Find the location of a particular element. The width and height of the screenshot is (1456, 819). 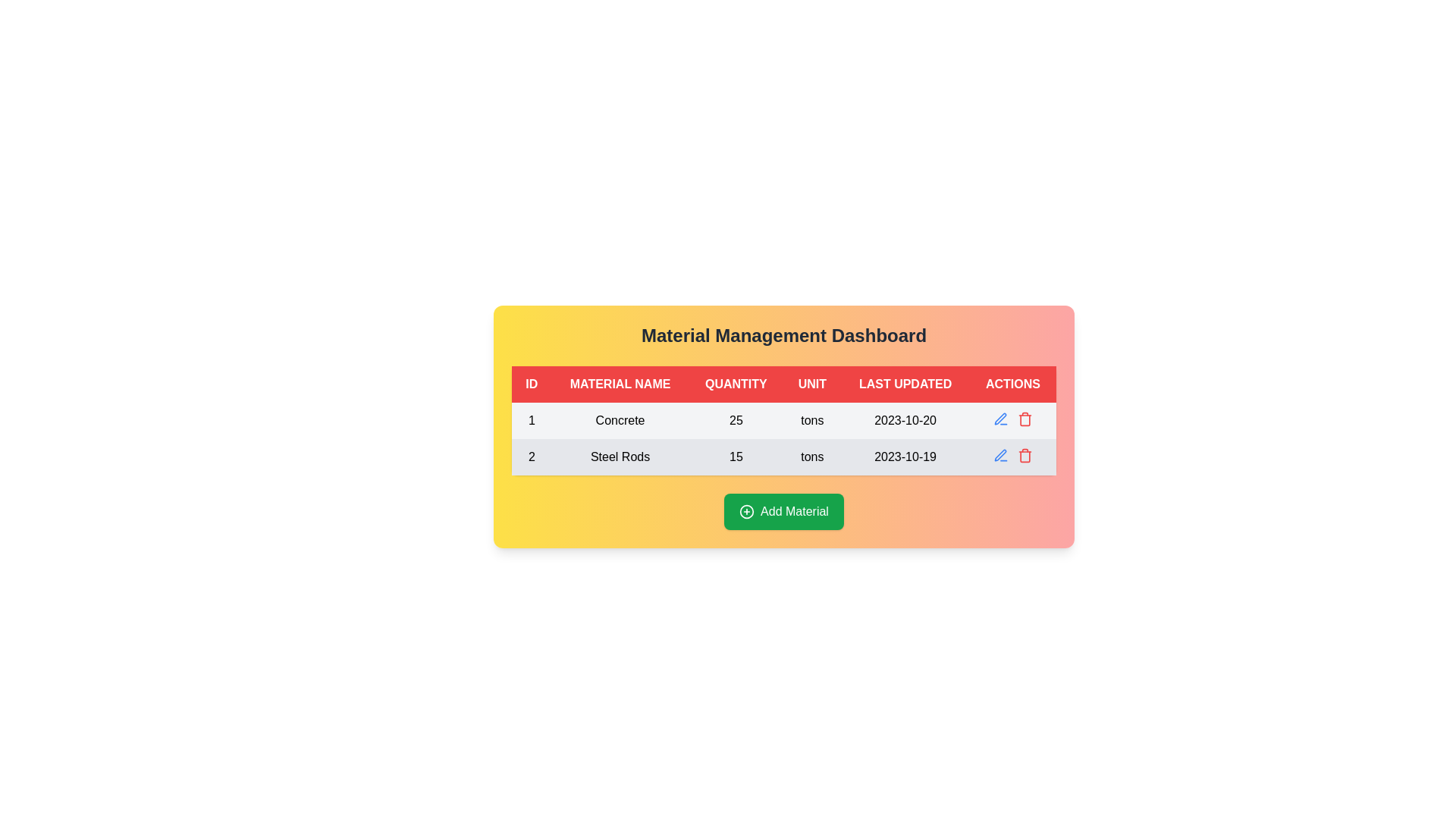

the bold text label displaying 'MATERIAL NAME', which is the second column header in the table, with a red background is located at coordinates (620, 383).